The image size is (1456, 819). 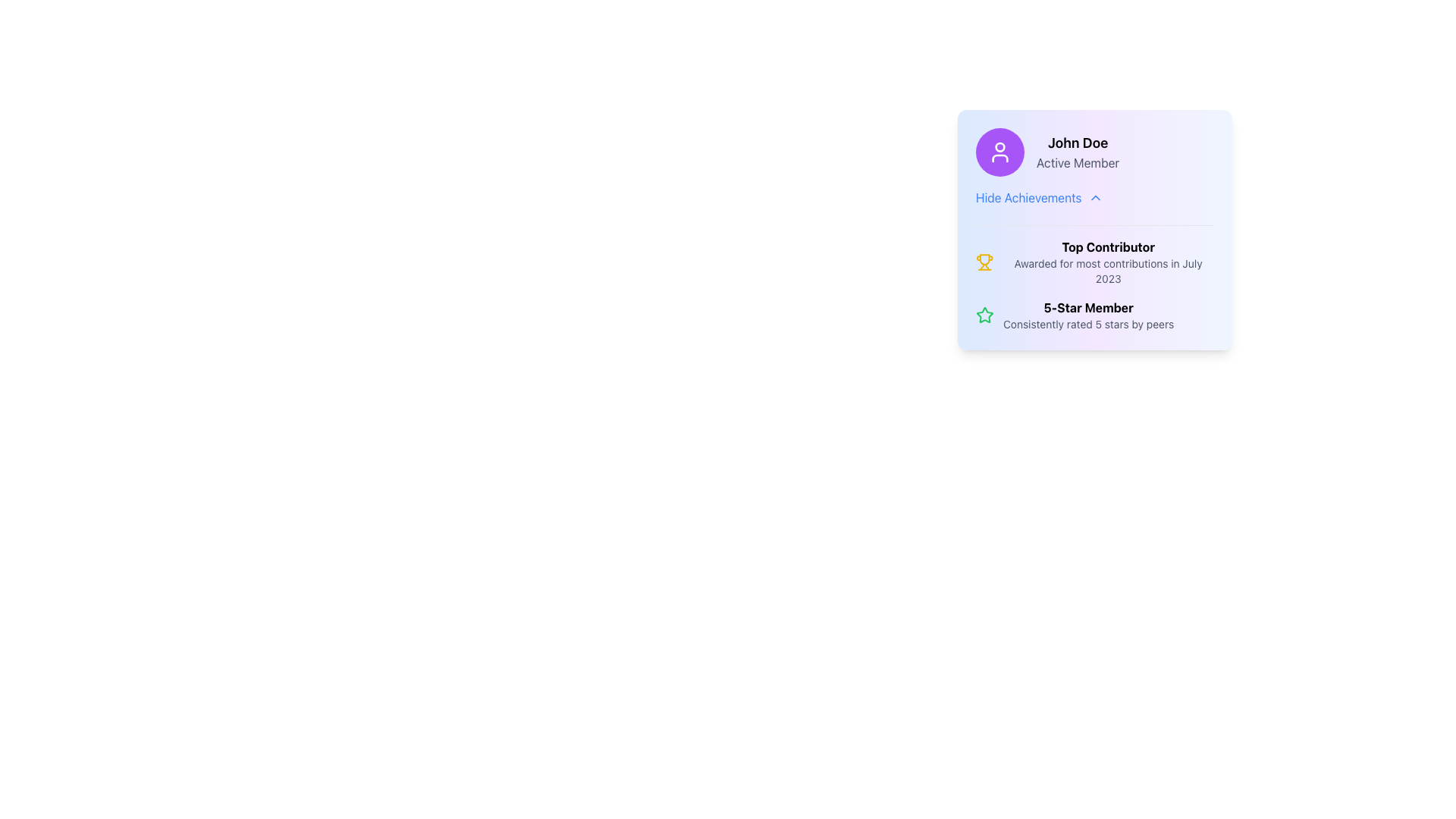 I want to click on the non-interactive informational badge displaying '5-Star Member' with a green star icon and descriptive text, so click(x=1095, y=315).